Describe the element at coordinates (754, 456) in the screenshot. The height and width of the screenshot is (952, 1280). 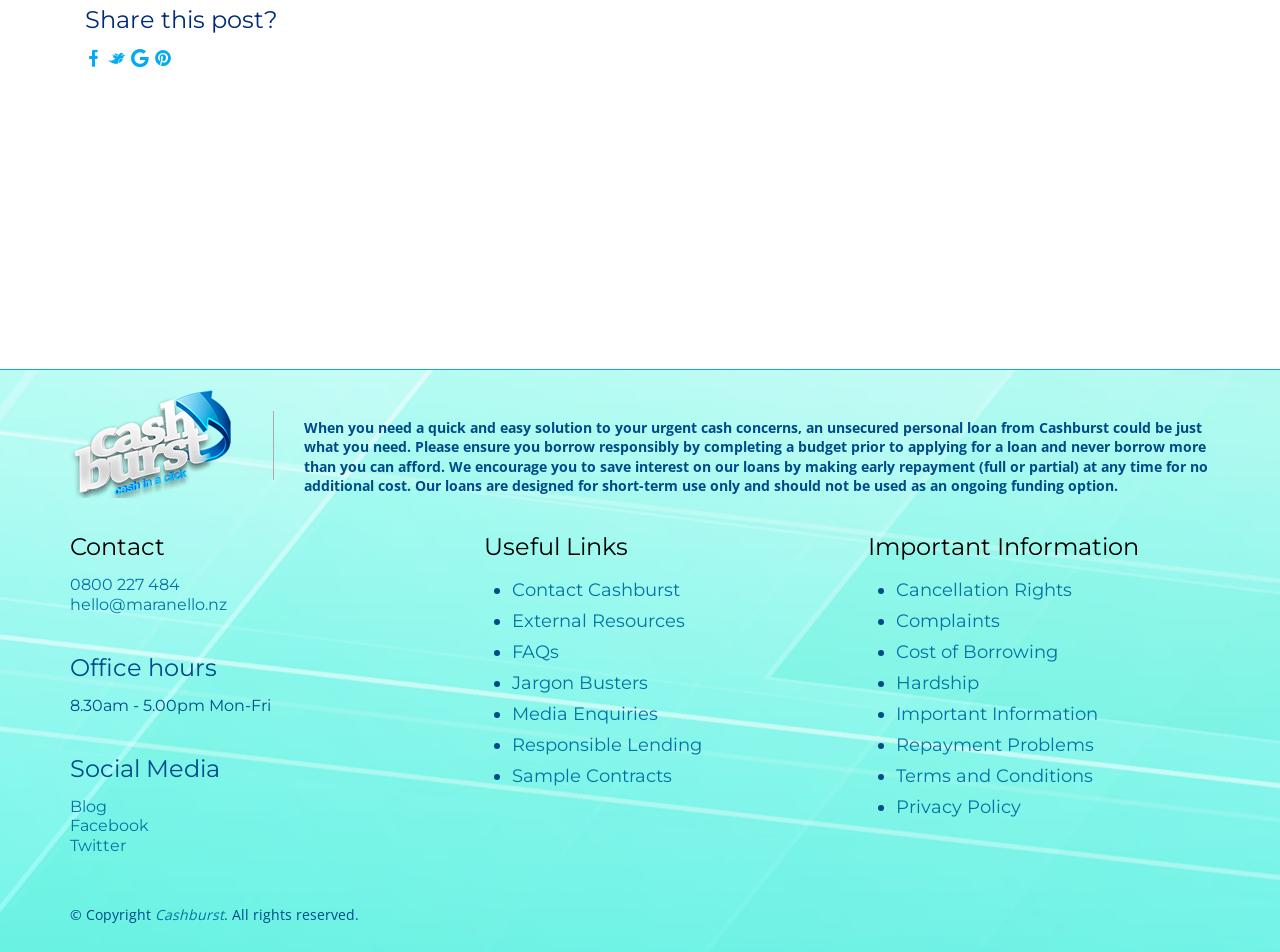
I see `'When you need a quick and easy solution to your urgent cash concerns, an unsecured personal loan from Cashburst could be just what you need. Please ensure you borrow responsibly by completing a budget prior to applying for a loan and never borrow more than you can afford. 
We encourage you to save interest on our loans by making early repayment (full or partial) at any time for no additional cost. Our loans are designed for short-term use only and should not be used as an ongoing funding option.'` at that location.